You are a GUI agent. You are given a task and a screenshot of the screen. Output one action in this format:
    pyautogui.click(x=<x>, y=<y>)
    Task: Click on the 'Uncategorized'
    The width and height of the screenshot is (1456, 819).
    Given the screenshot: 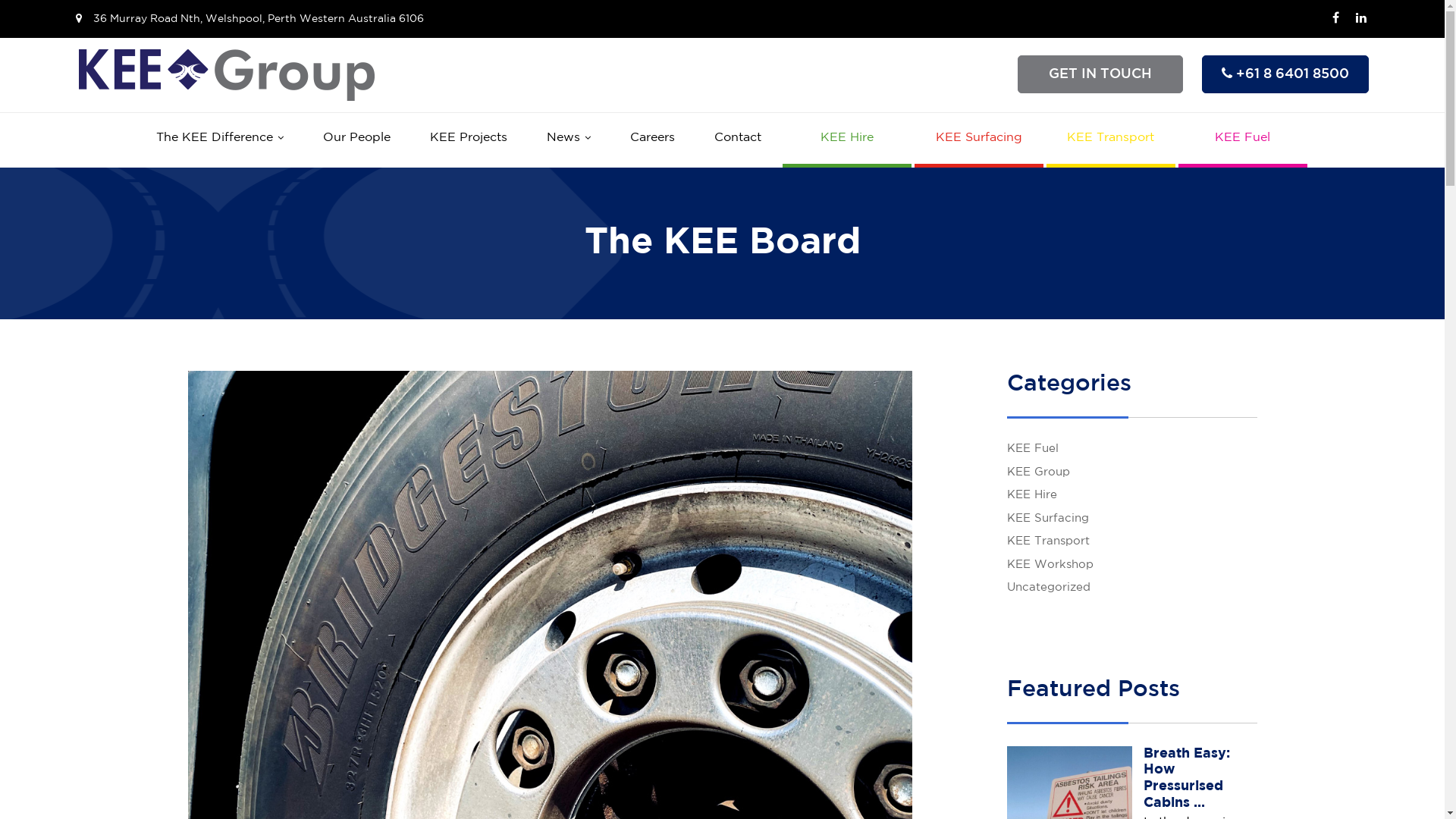 What is the action you would take?
    pyautogui.click(x=1047, y=586)
    